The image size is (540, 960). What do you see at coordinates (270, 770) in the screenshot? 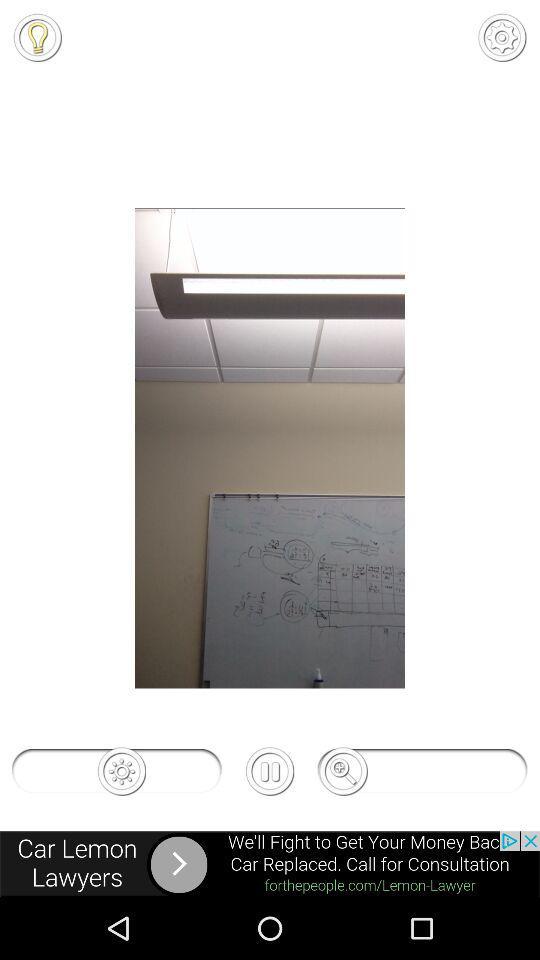
I see `pass botten` at bounding box center [270, 770].